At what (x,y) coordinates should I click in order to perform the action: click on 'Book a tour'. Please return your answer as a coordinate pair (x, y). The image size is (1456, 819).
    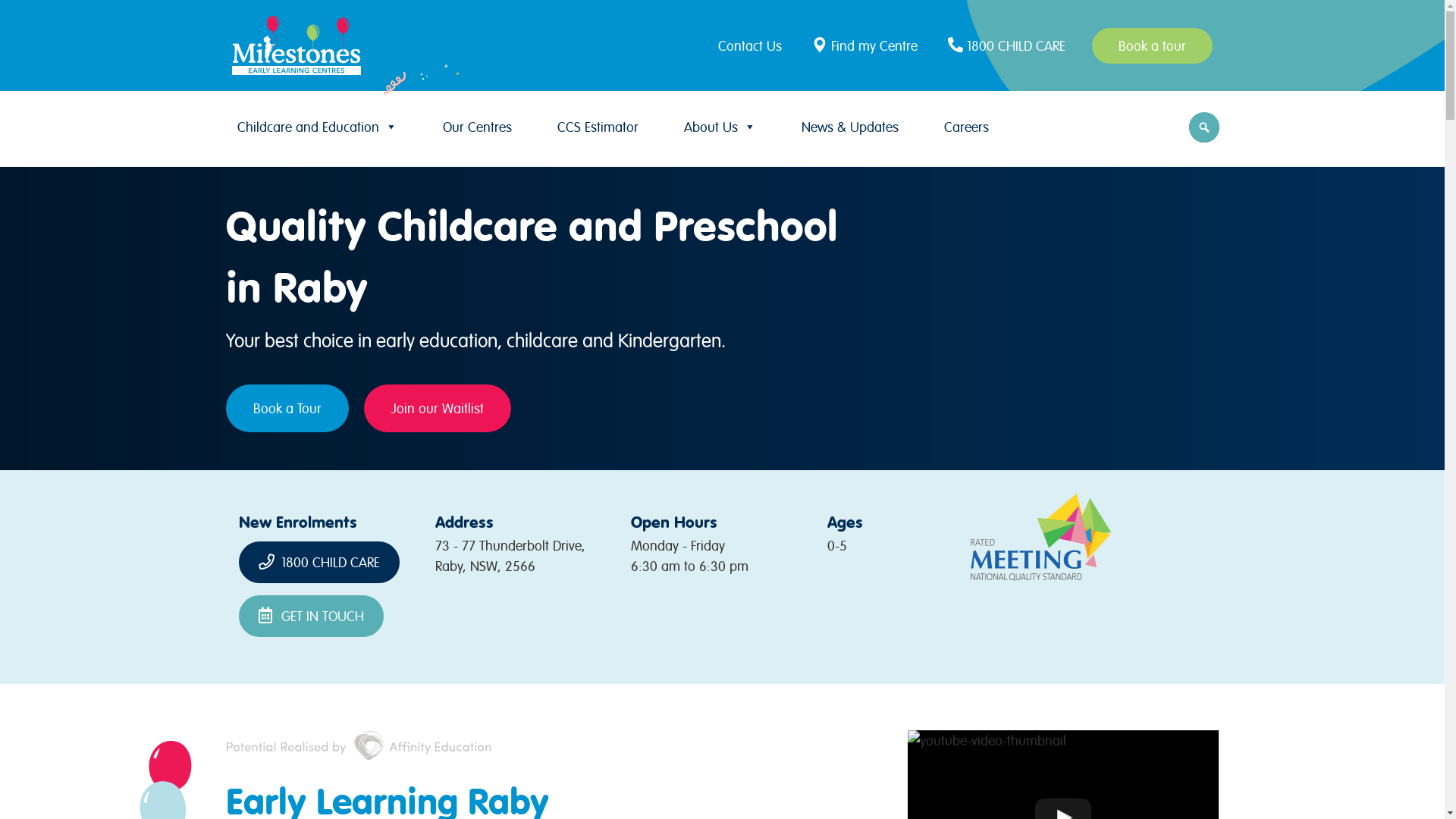
    Looking at the image, I should click on (1152, 44).